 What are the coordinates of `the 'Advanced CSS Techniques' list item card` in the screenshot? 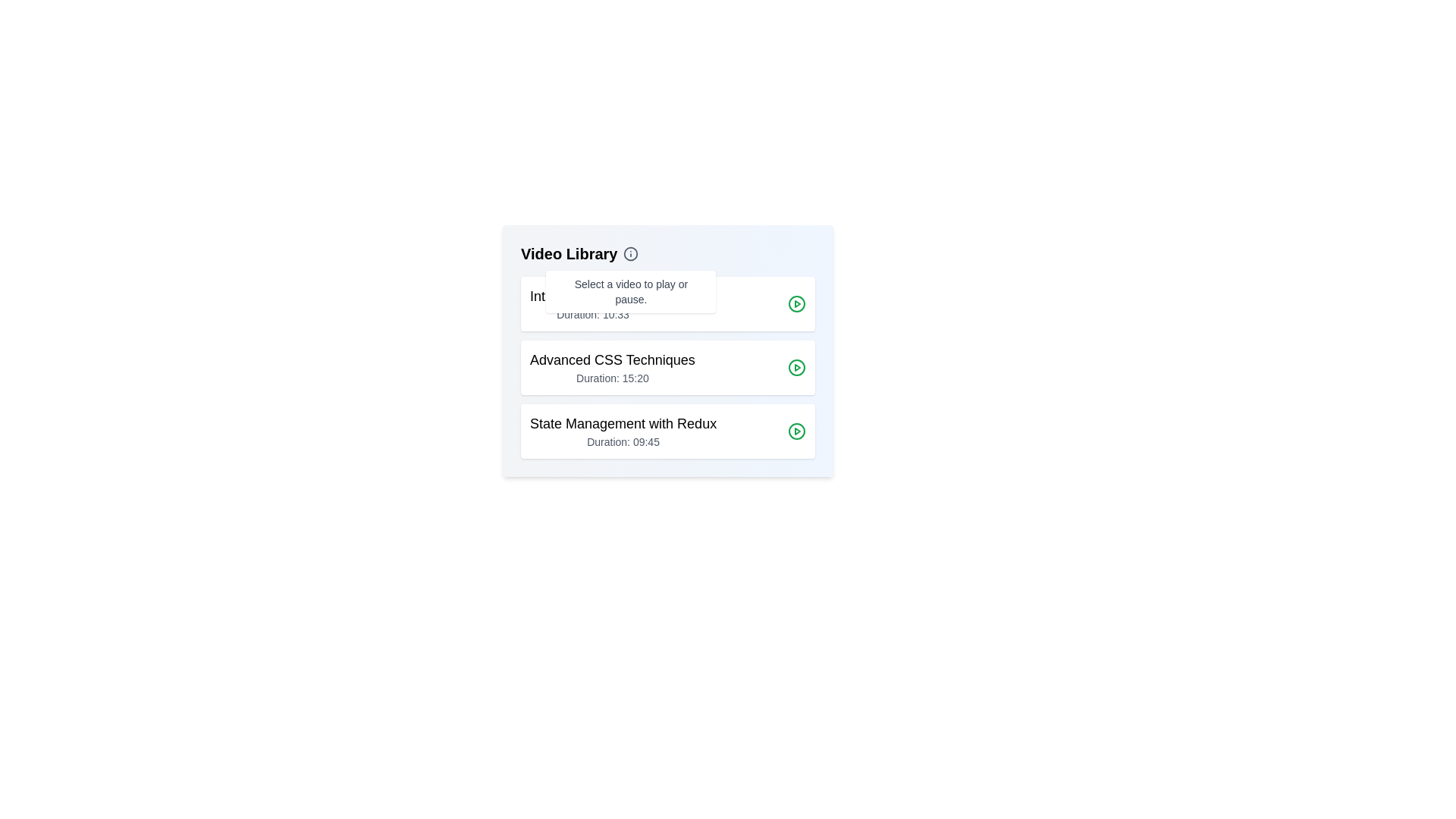 It's located at (667, 368).